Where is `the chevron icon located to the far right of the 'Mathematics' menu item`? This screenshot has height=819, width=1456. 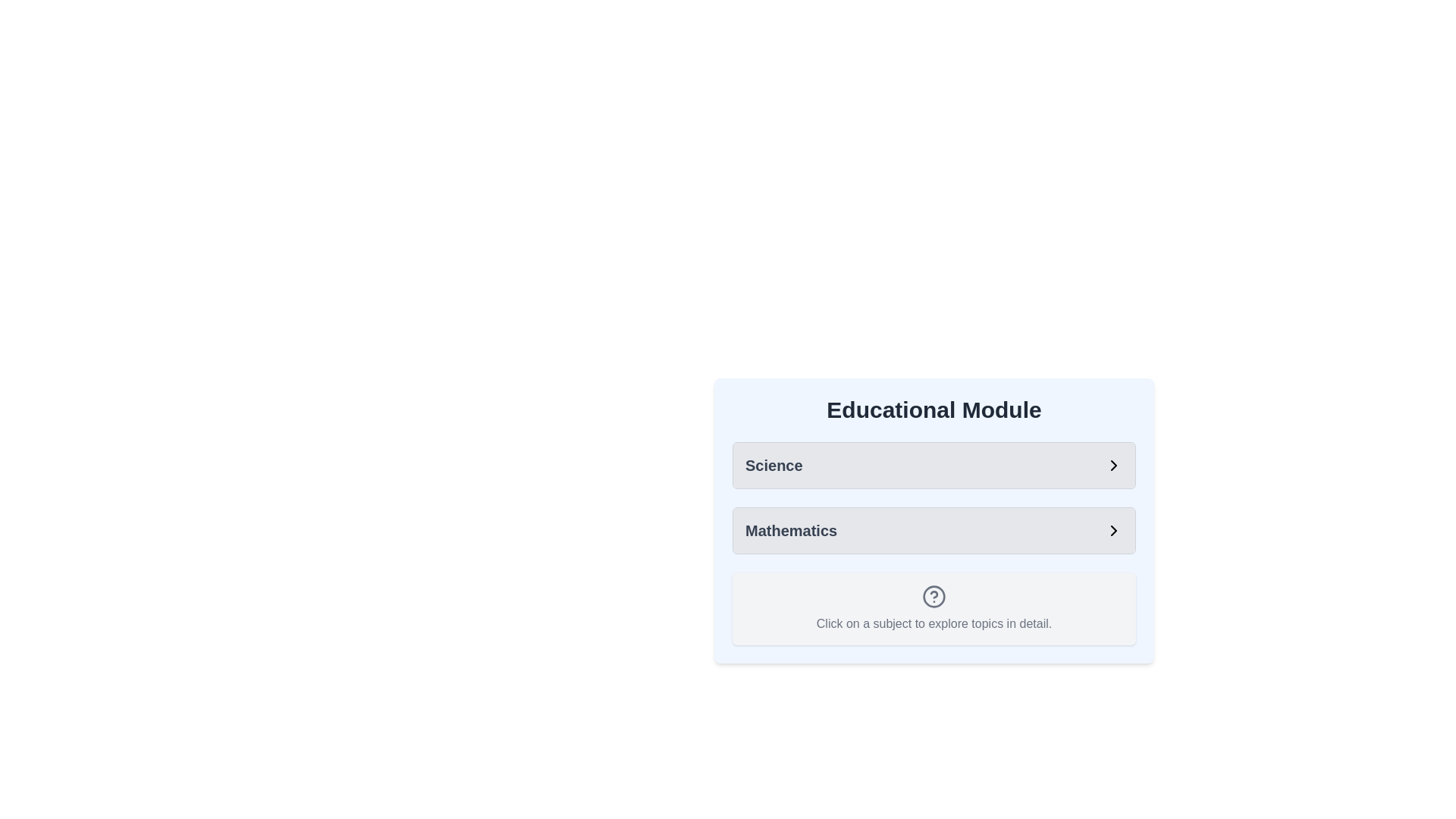 the chevron icon located to the far right of the 'Mathematics' menu item is located at coordinates (1113, 529).